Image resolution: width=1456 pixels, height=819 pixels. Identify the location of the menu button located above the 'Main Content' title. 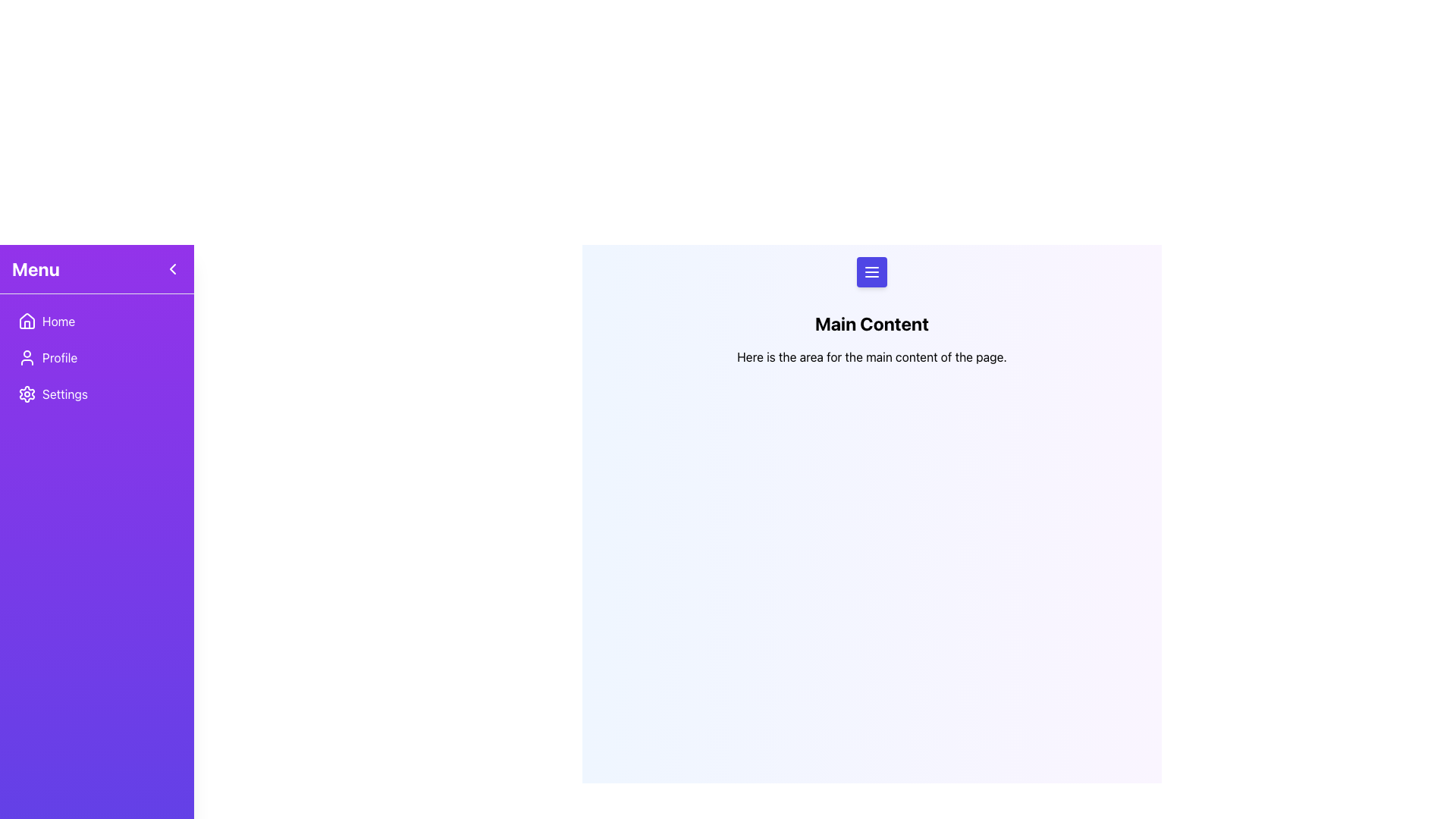
(872, 271).